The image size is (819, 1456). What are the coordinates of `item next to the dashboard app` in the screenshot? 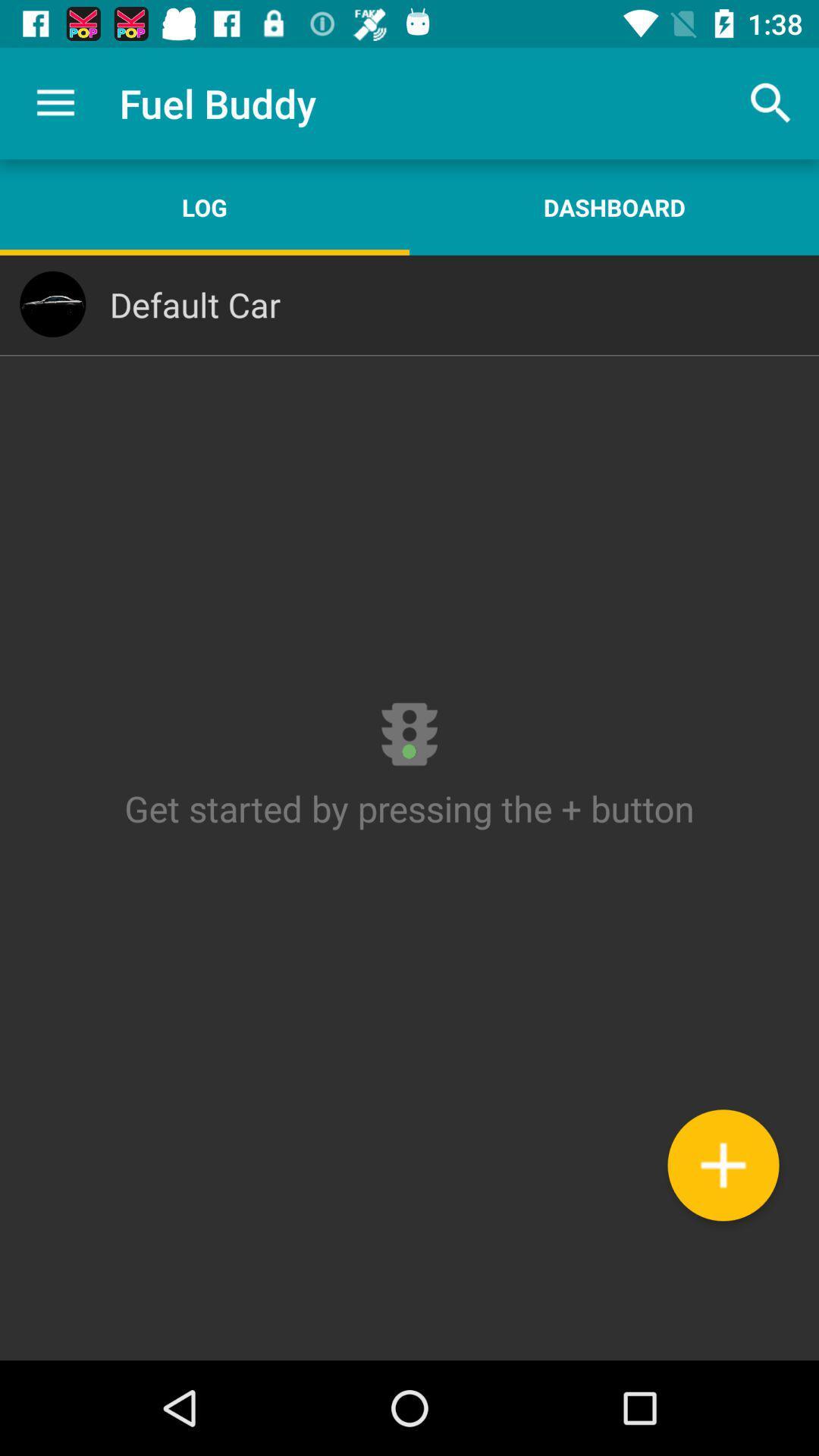 It's located at (205, 206).